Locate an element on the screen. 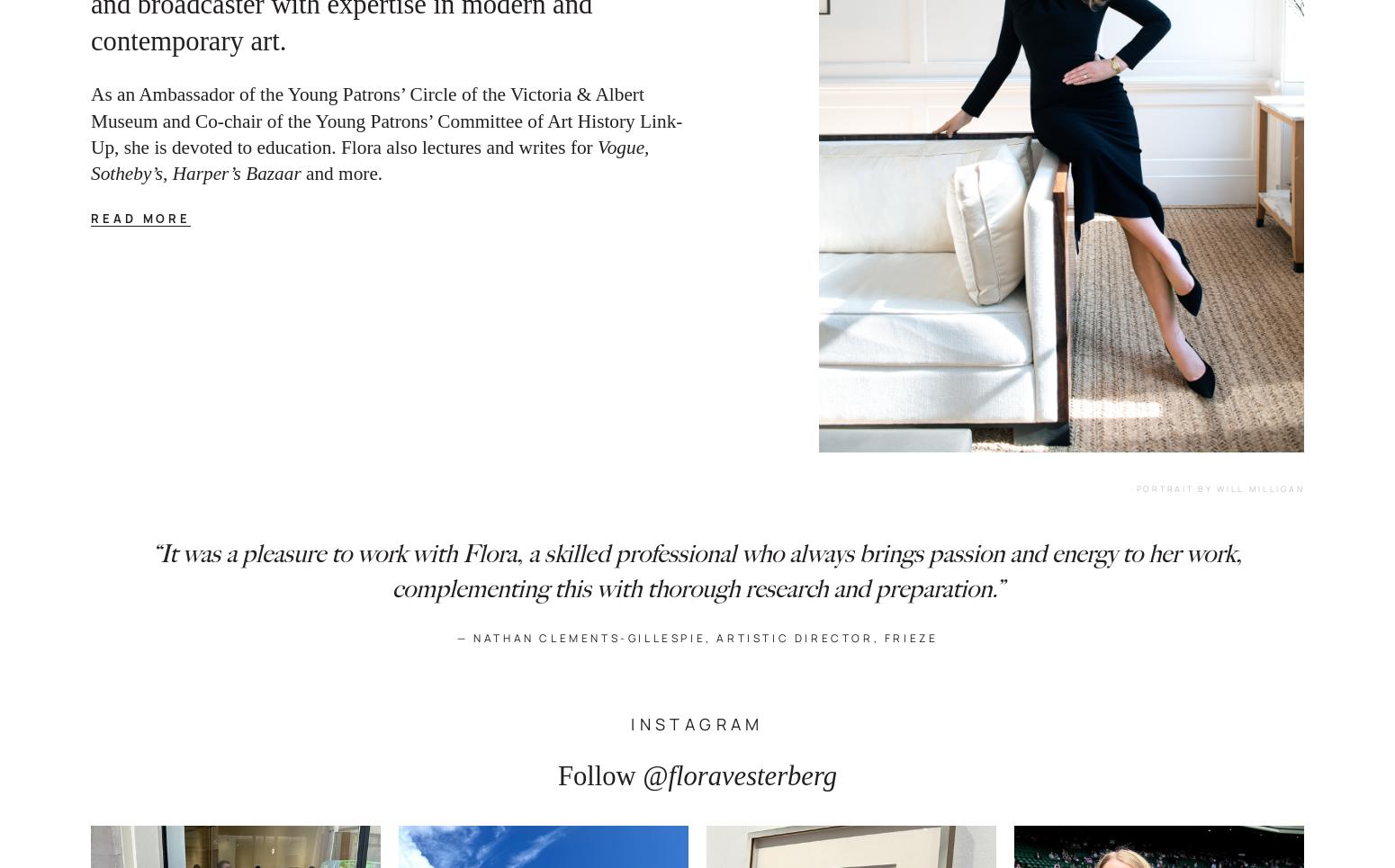 The height and width of the screenshot is (868, 1395). 'Read more' is located at coordinates (139, 218).